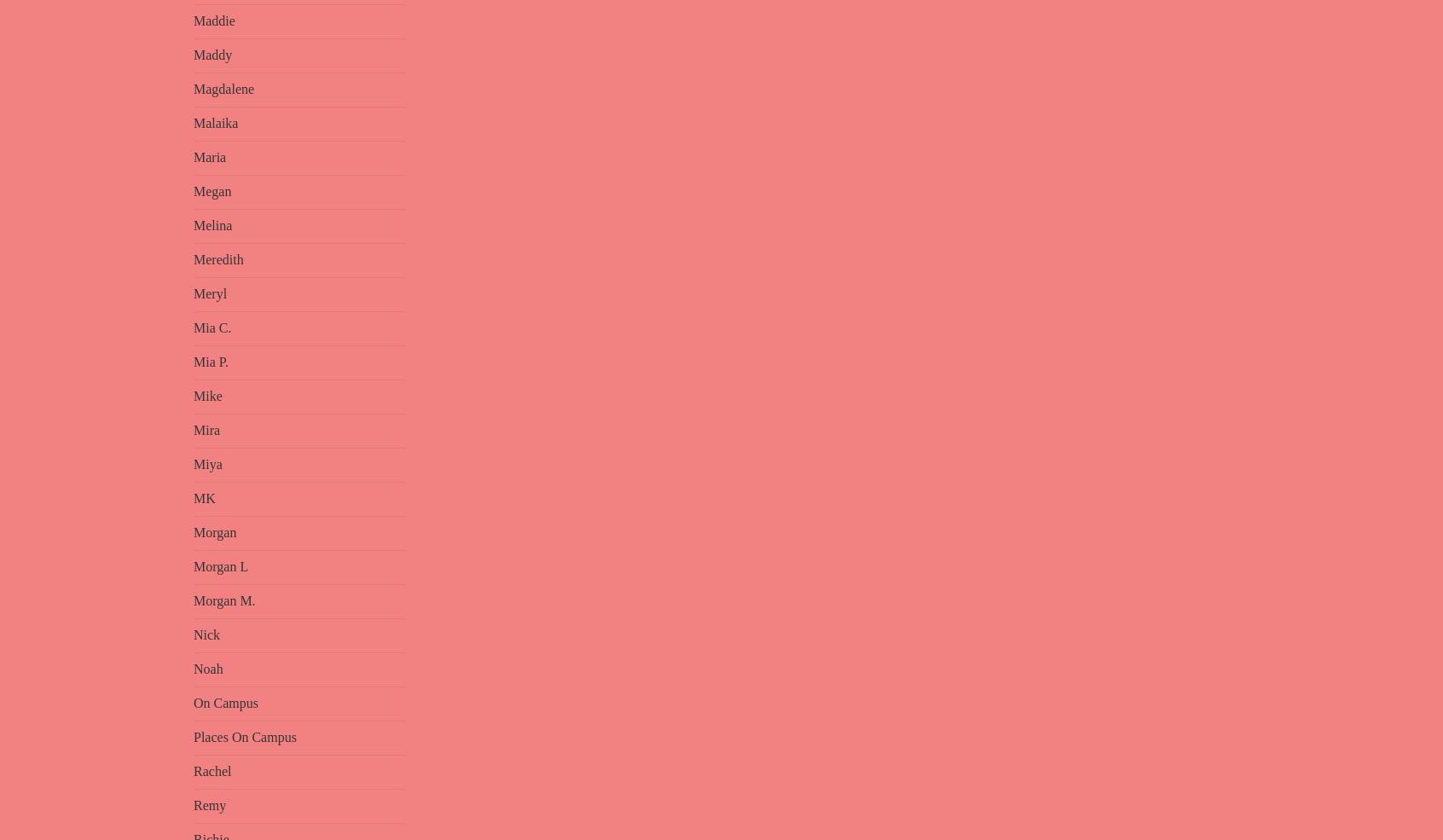 This screenshot has height=840, width=1443. I want to click on 'Megan', so click(194, 190).